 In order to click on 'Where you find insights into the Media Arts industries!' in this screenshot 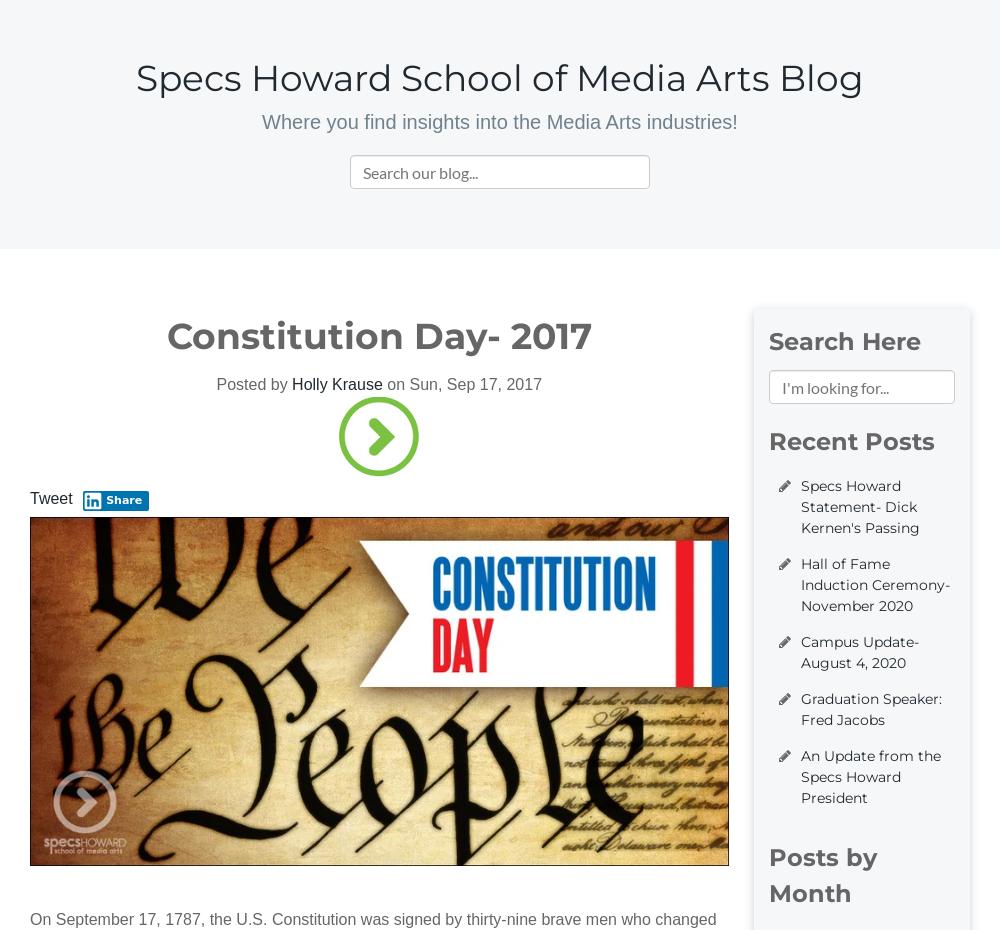, I will do `click(498, 122)`.